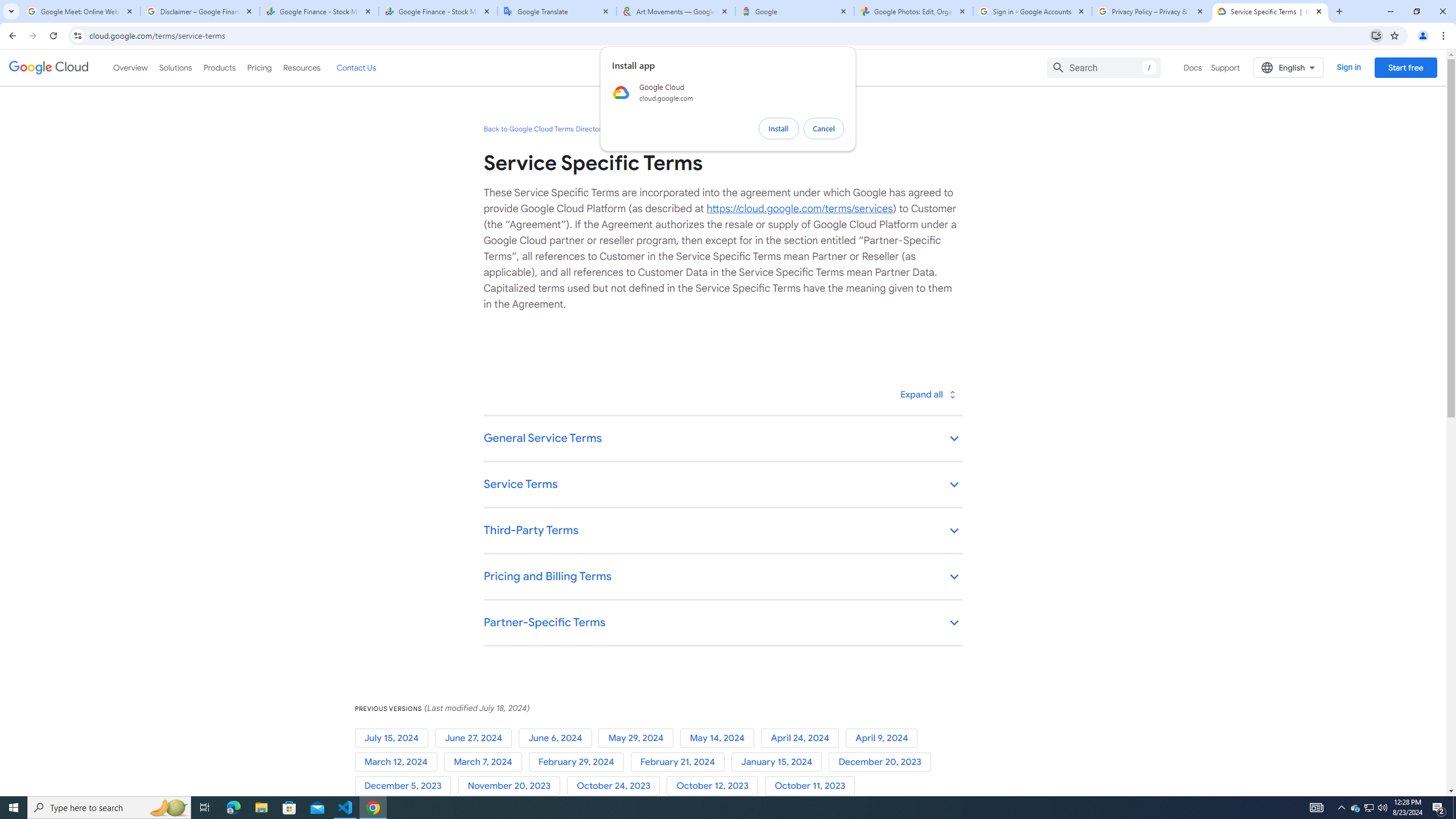  Describe the element at coordinates (723, 577) in the screenshot. I see `'Pricing and Billing Terms keyboard_arrow_down'` at that location.